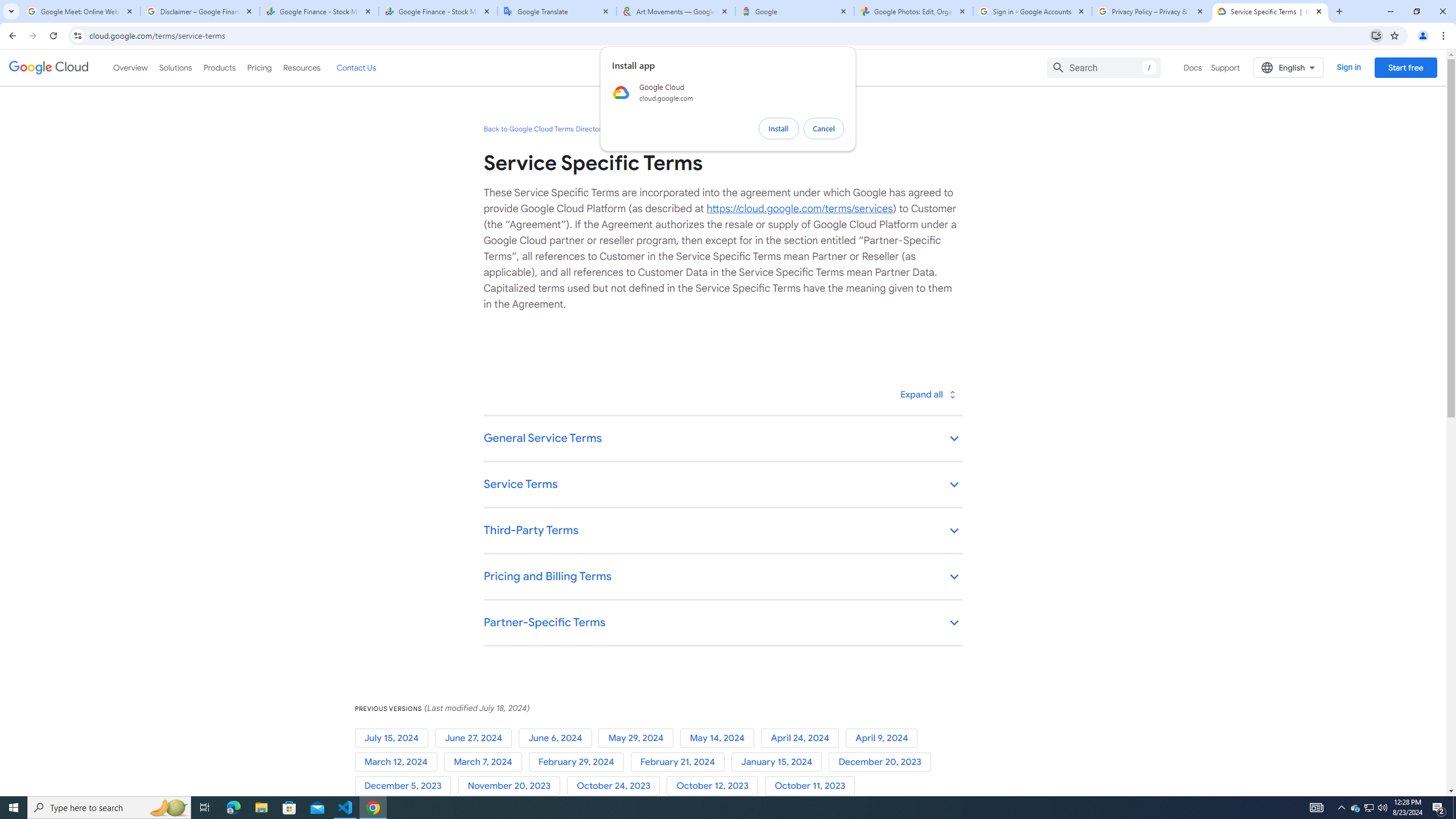  Describe the element at coordinates (723, 577) in the screenshot. I see `'Pricing and Billing Terms keyboard_arrow_down'` at that location.